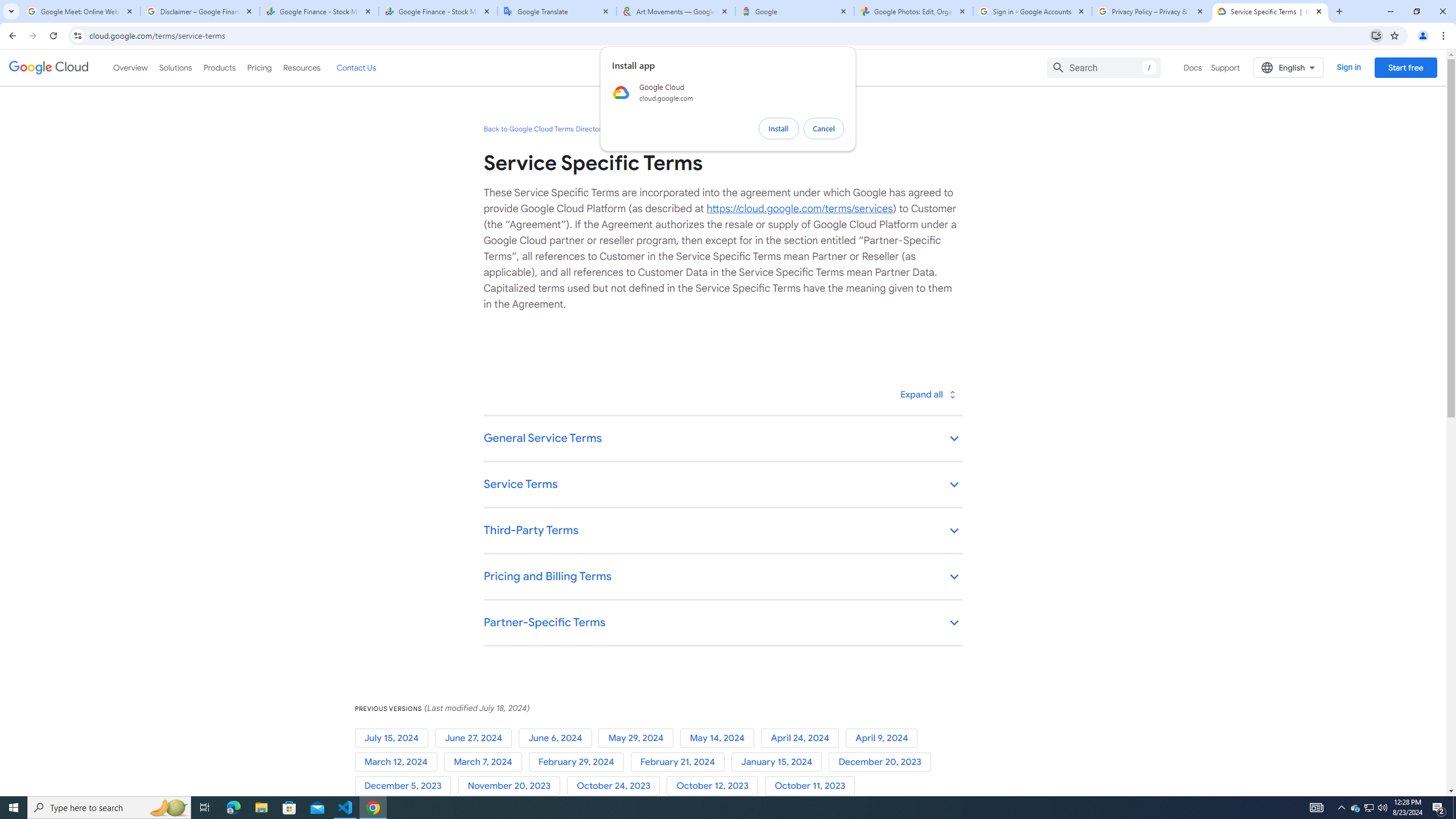  Describe the element at coordinates (723, 577) in the screenshot. I see `'Pricing and Billing Terms keyboard_arrow_down'` at that location.